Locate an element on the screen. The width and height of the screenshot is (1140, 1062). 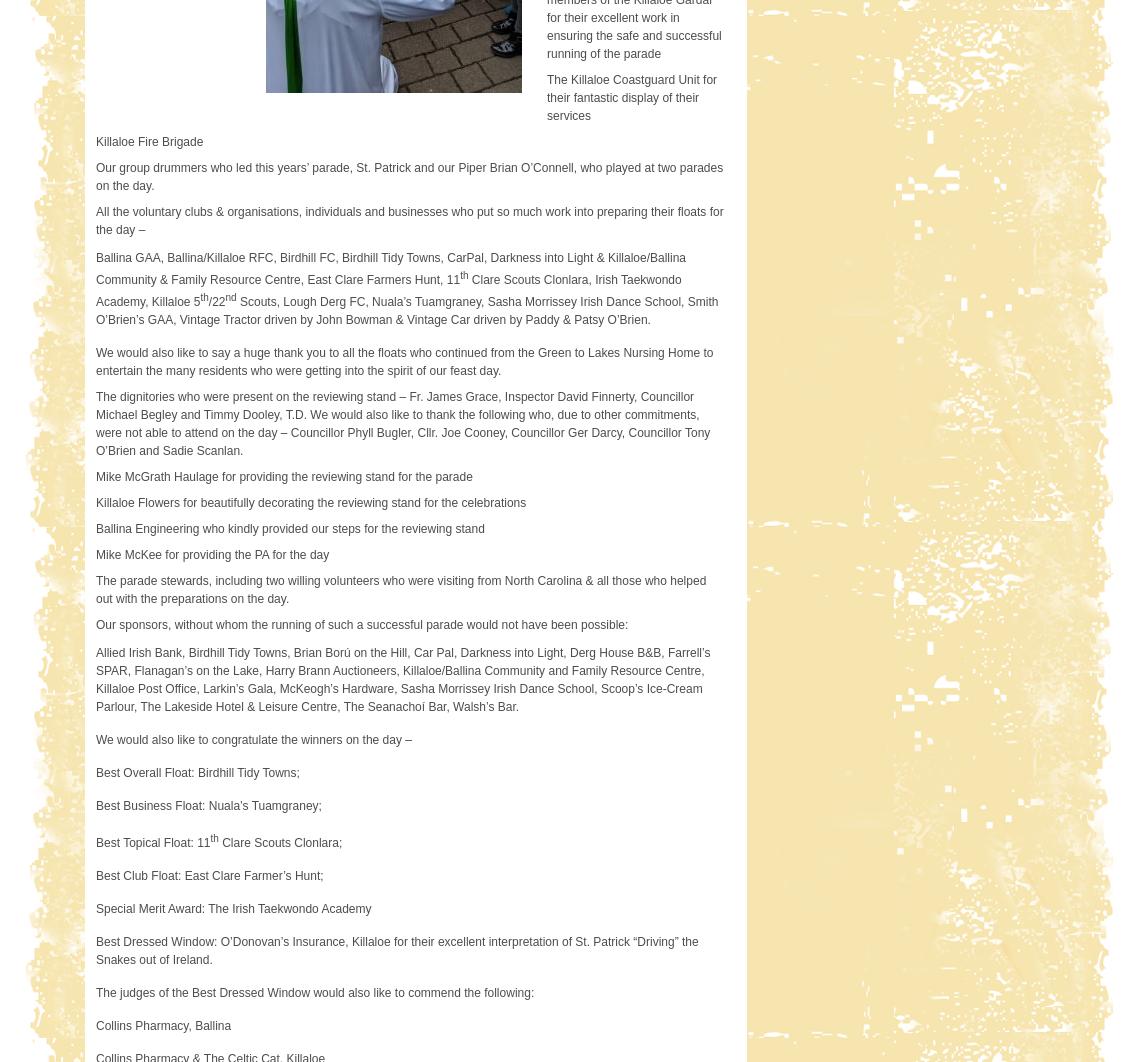
'Scouts, Lough Derg FC, Nuala’s Tuamgraney, Sasha Morrissey Irish Dance School, Smith O’Brien’s GAA, Vintage Tractor driven by John Bowman & Vintage Car driven by Paddy & Patsy O’Brien.' is located at coordinates (94, 308).